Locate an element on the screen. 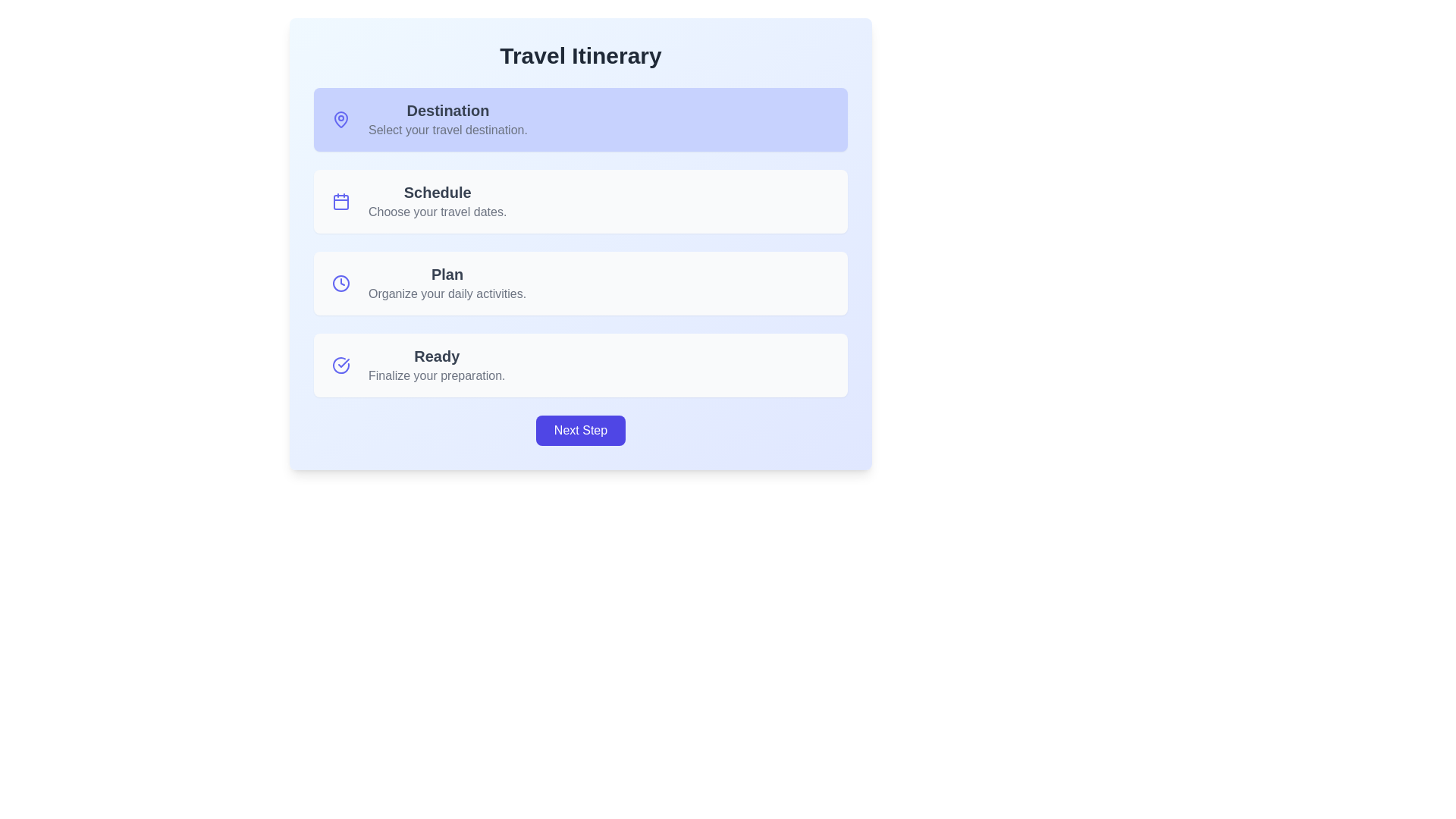 The width and height of the screenshot is (1456, 819). the text block titled 'Plan' which is styled prominently in bold and has a subtitle 'Organize your daily activities.' This element is the third in a vertical list, located below 'Schedule' and above 'Ready' is located at coordinates (447, 284).